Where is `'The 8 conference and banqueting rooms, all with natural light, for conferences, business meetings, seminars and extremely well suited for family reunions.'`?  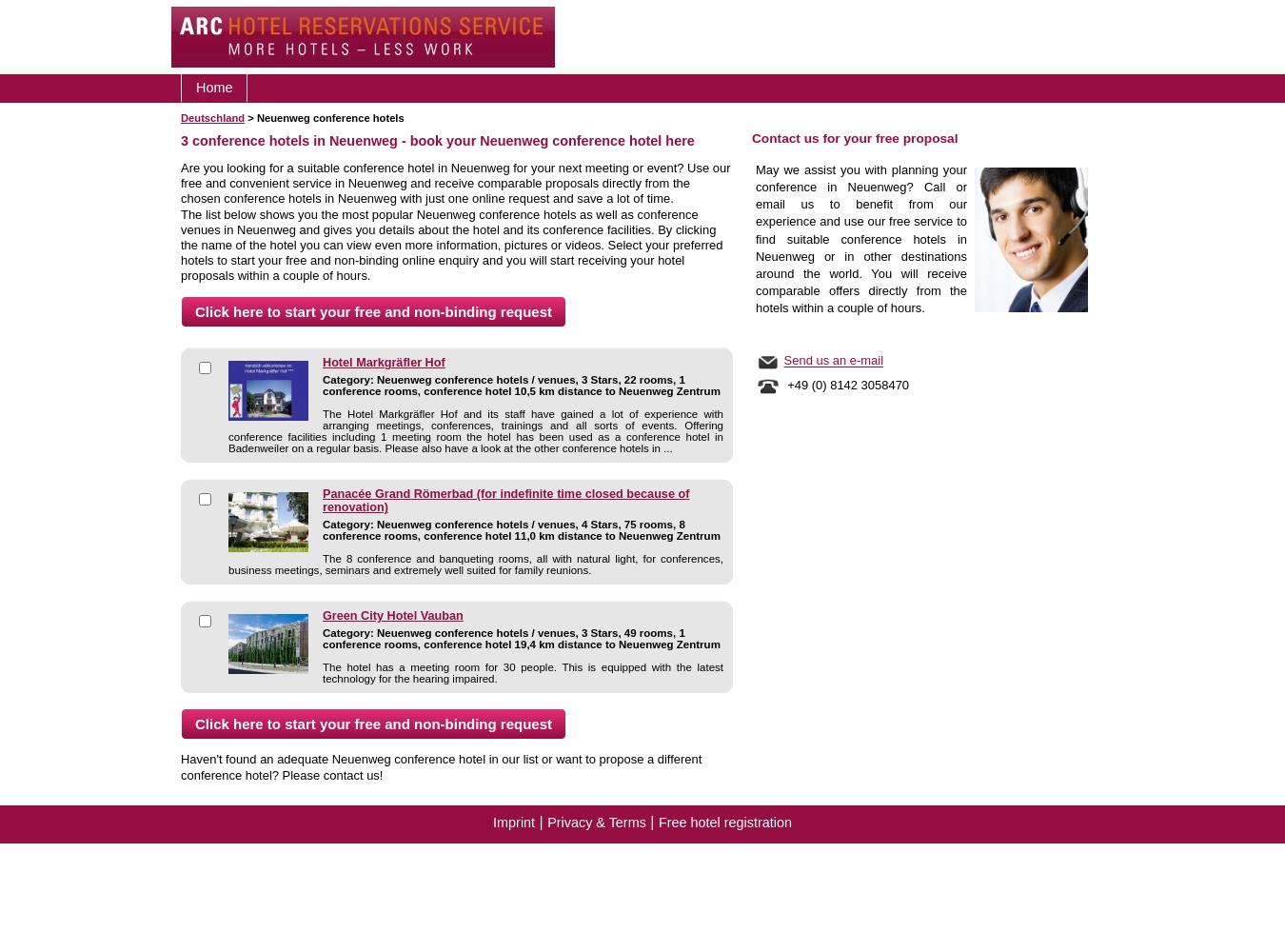
'The 8 conference and banqueting rooms, all with natural light, for conferences, business meetings, seminars and extremely well suited for family reunions.' is located at coordinates (475, 564).